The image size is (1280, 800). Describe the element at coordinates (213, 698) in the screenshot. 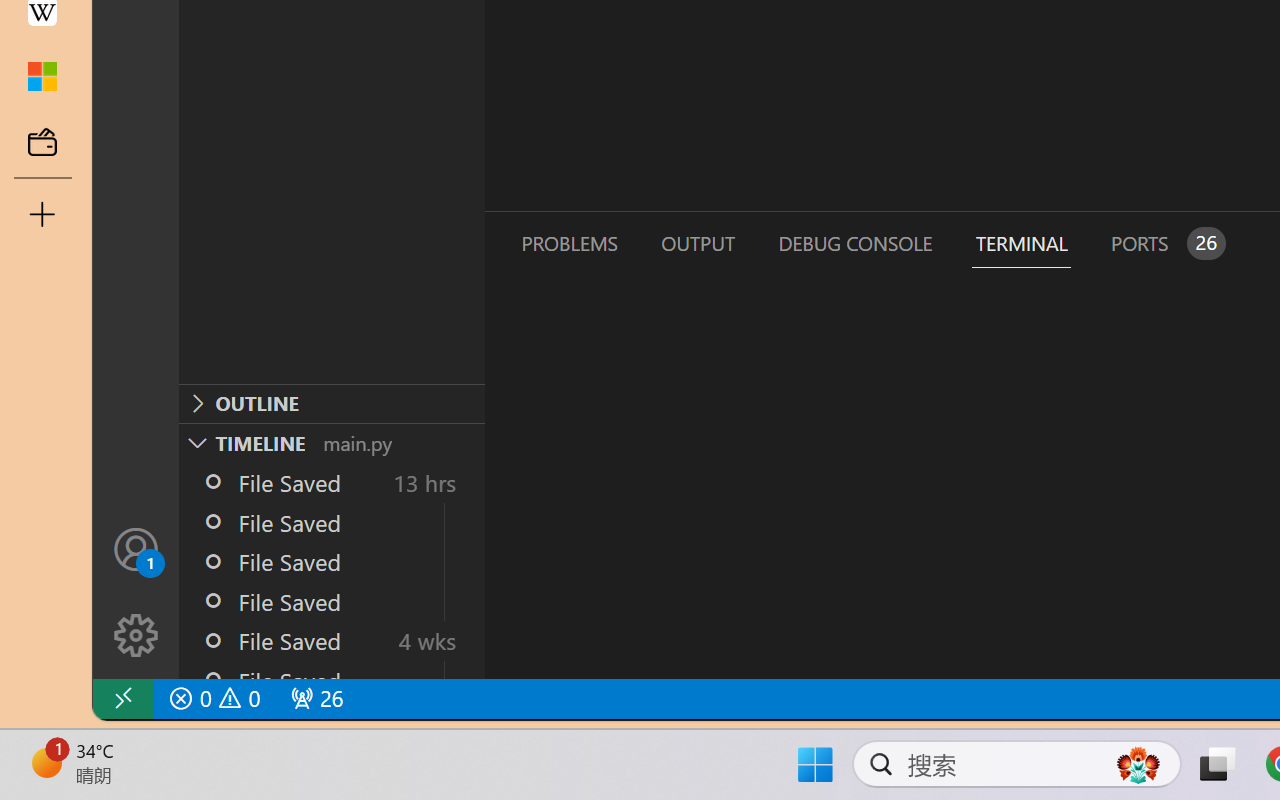

I see `'No Problems'` at that location.